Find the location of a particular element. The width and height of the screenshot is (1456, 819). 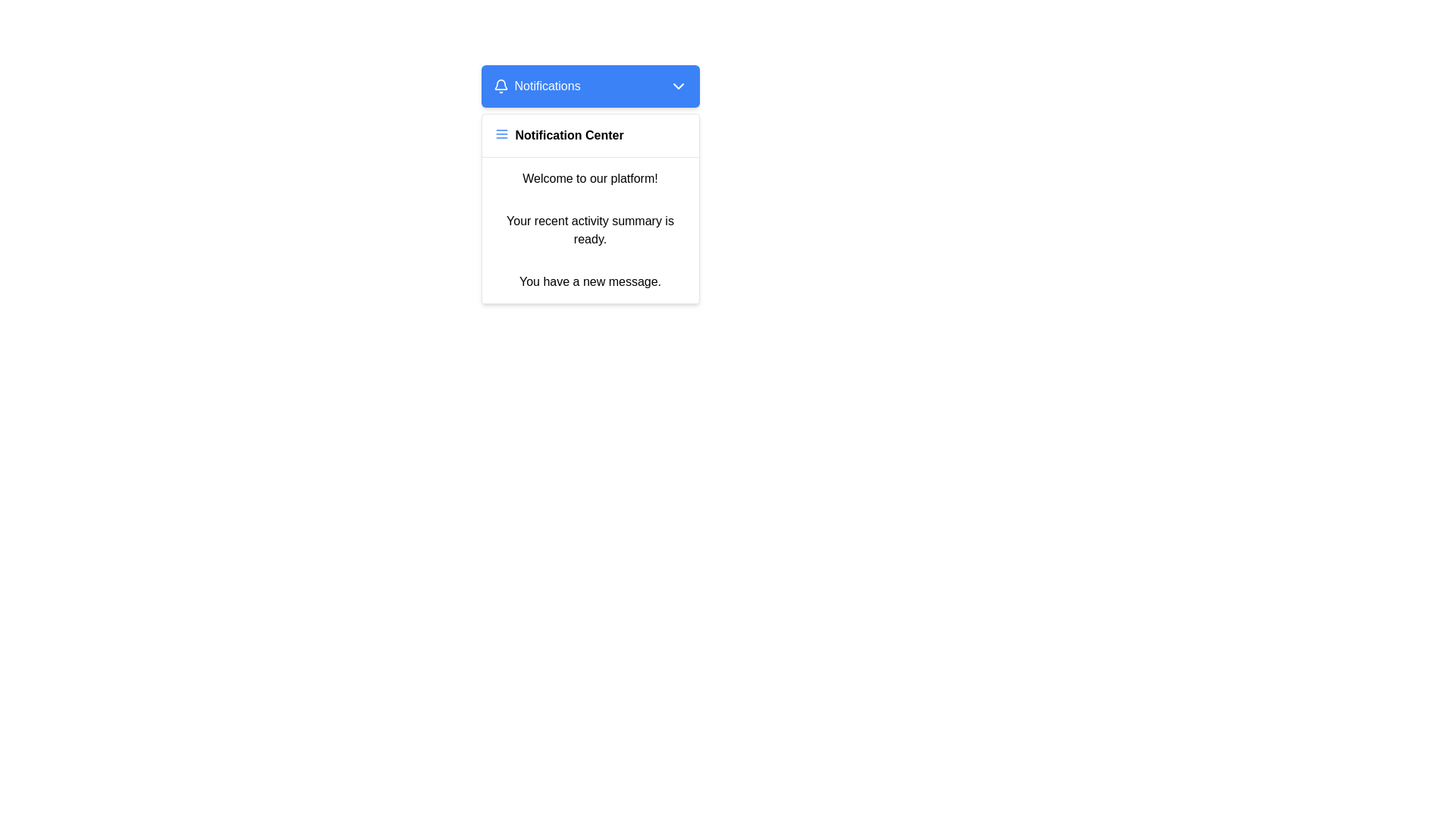

the label indicating notifications in the horizontal navigation bar is located at coordinates (547, 86).